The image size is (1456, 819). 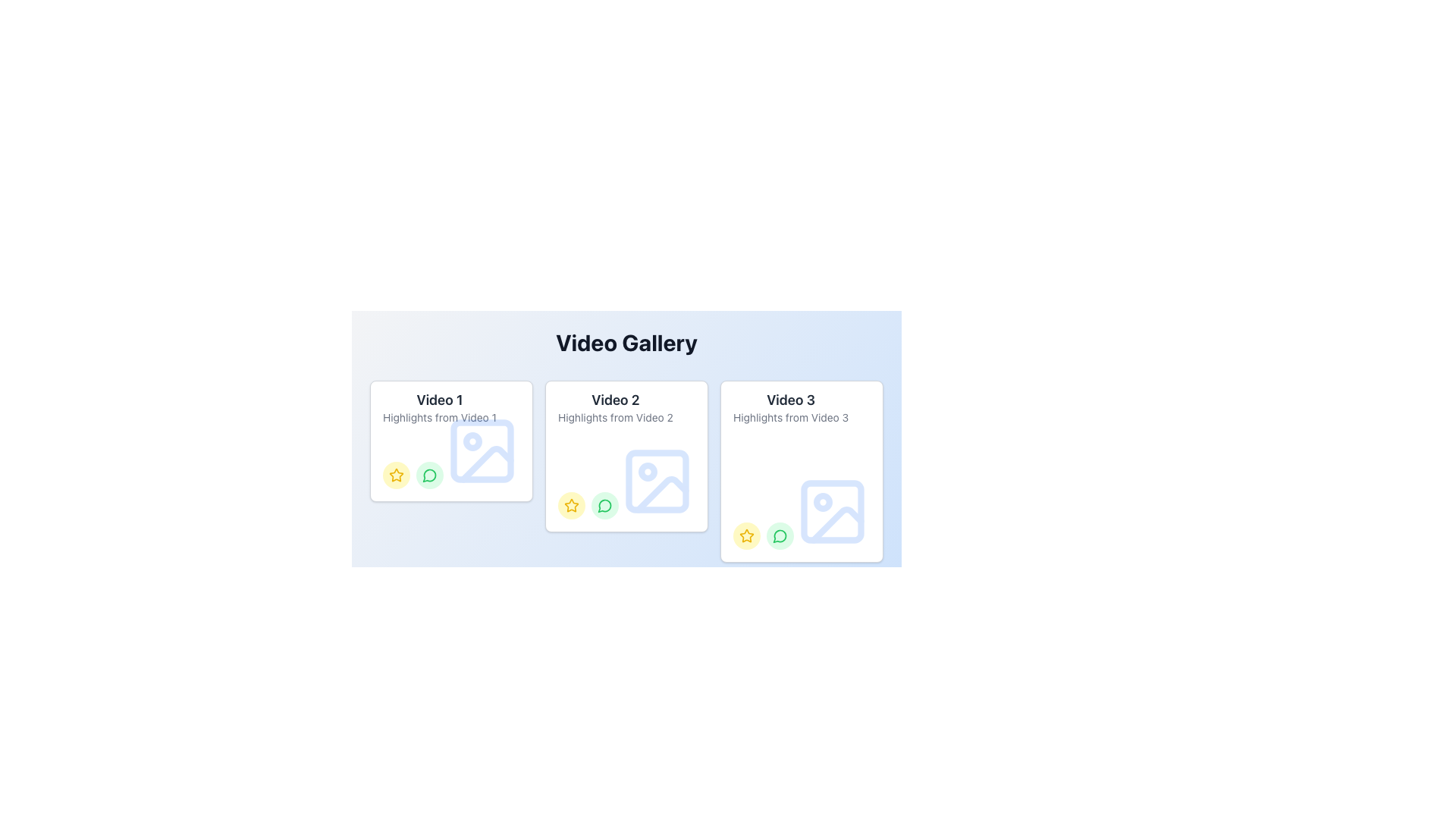 What do you see at coordinates (472, 635) in the screenshot?
I see `the small circle graphic with a radius of 2px located in the bottom-right corner of the interface within an SVG element` at bounding box center [472, 635].